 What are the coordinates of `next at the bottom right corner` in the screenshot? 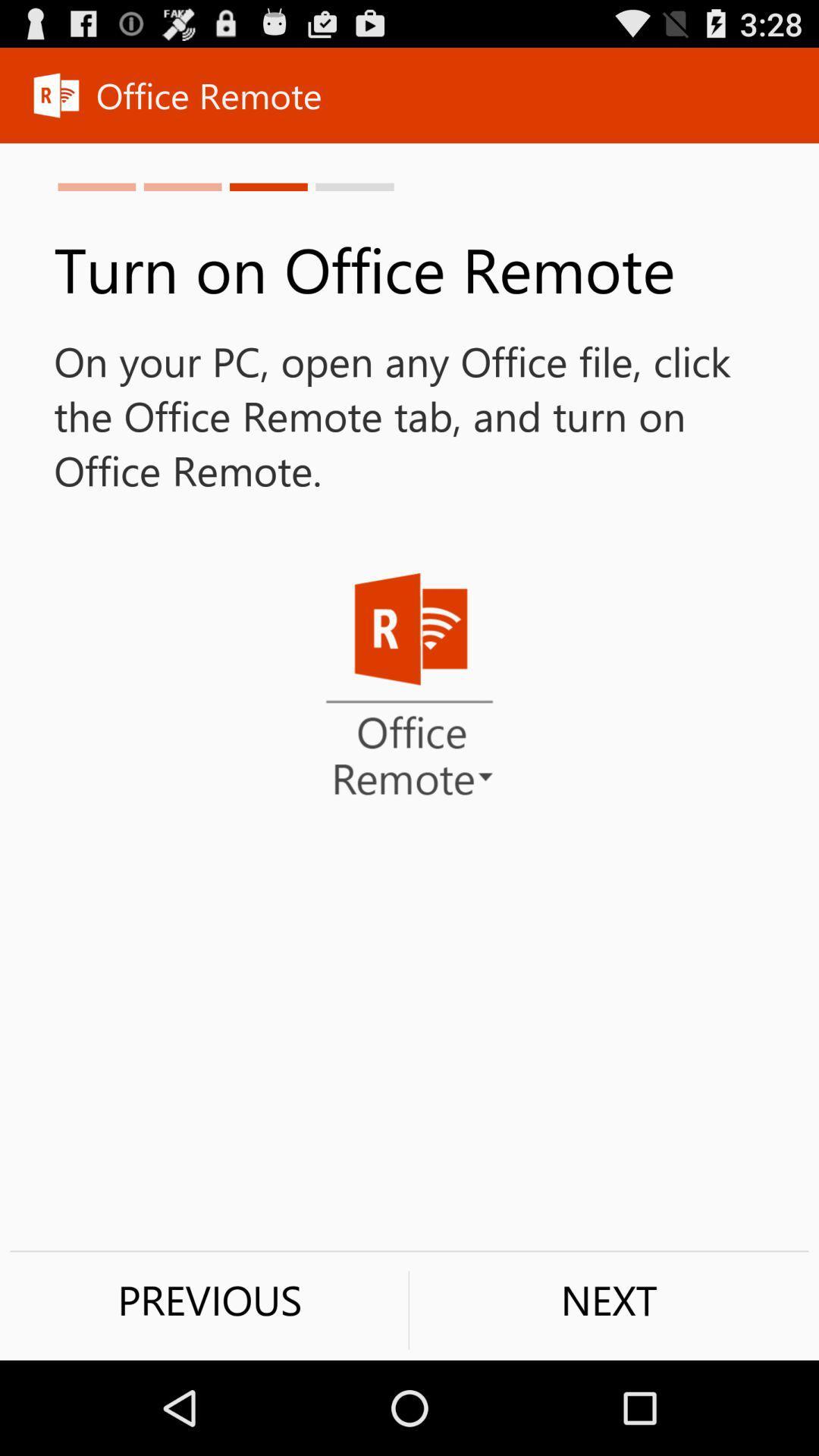 It's located at (608, 1299).